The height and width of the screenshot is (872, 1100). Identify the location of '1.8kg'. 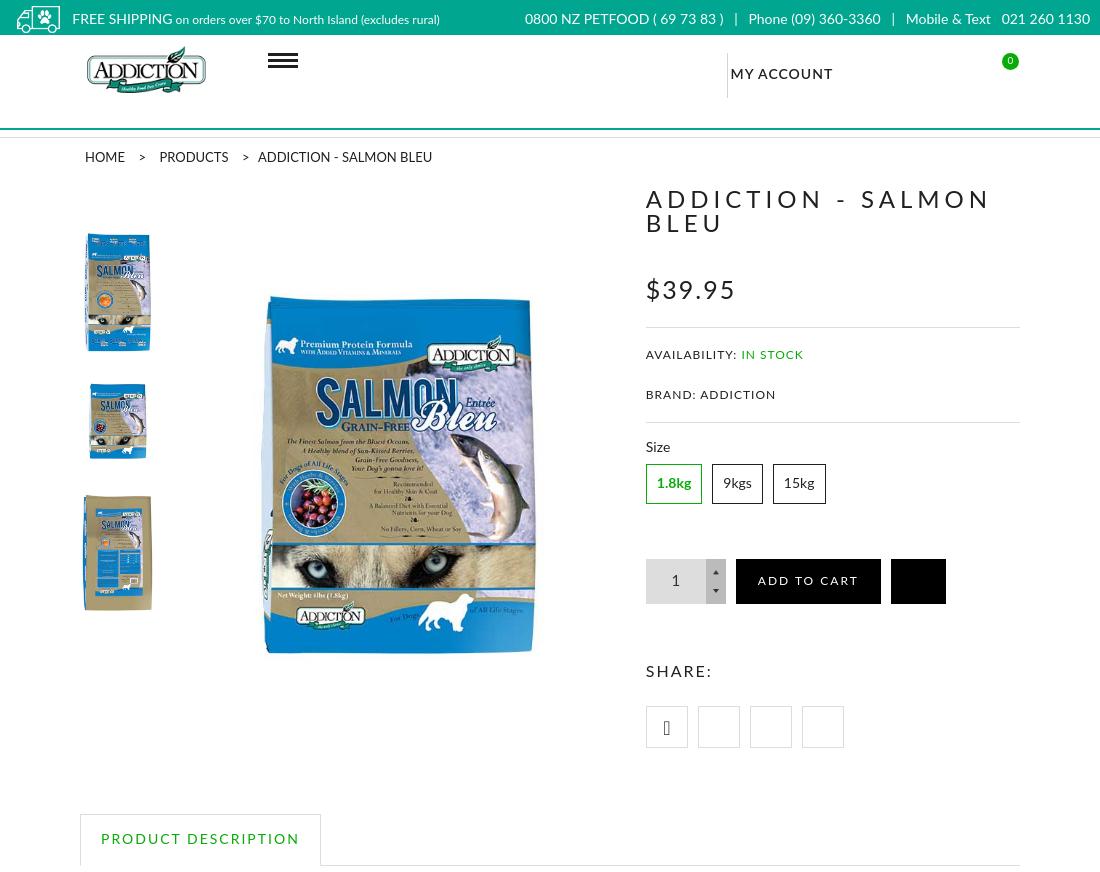
(673, 482).